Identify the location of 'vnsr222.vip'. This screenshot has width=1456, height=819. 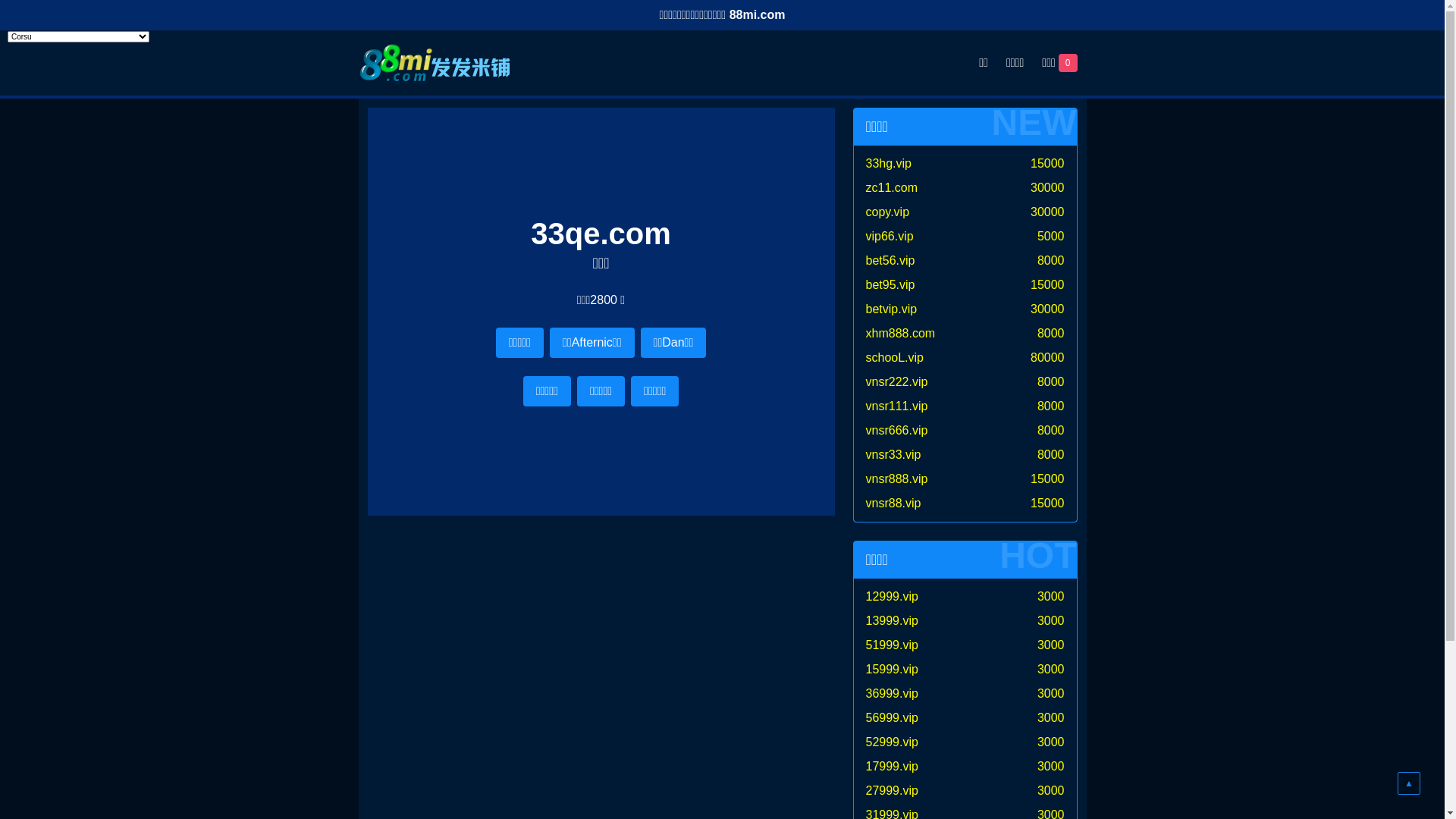
(896, 381).